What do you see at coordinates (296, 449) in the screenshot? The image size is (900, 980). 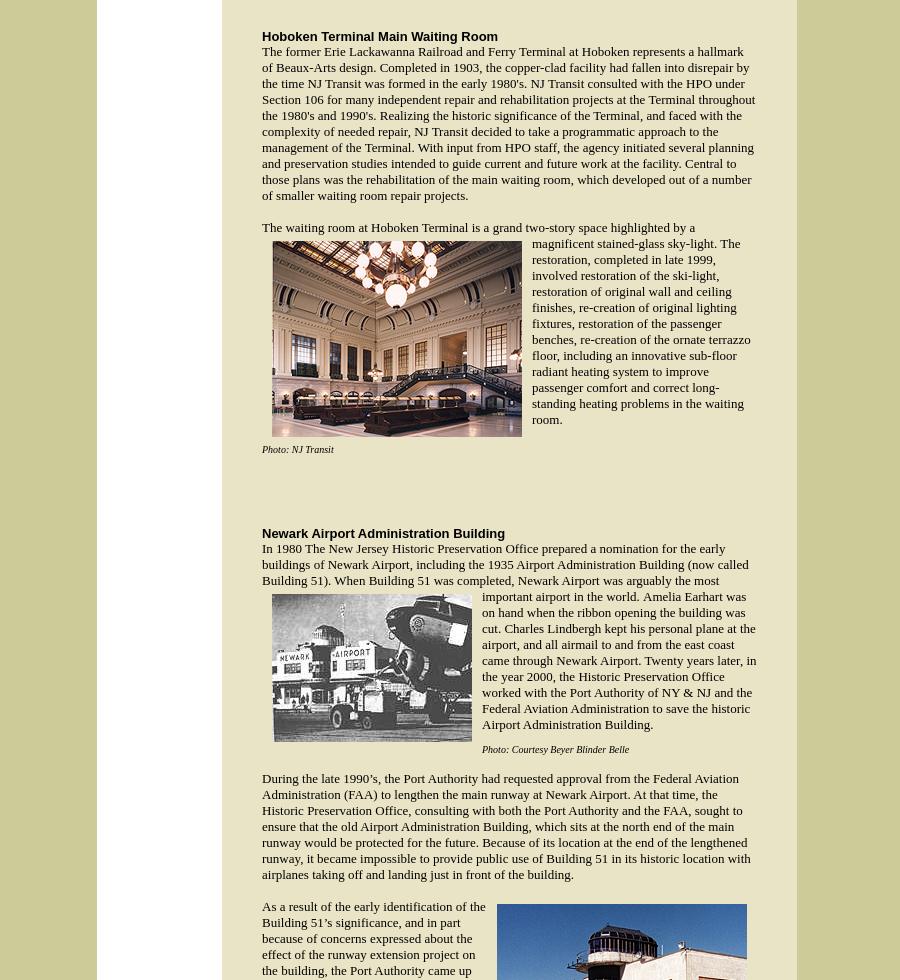 I see `'Photo: NJ Transit'` at bounding box center [296, 449].